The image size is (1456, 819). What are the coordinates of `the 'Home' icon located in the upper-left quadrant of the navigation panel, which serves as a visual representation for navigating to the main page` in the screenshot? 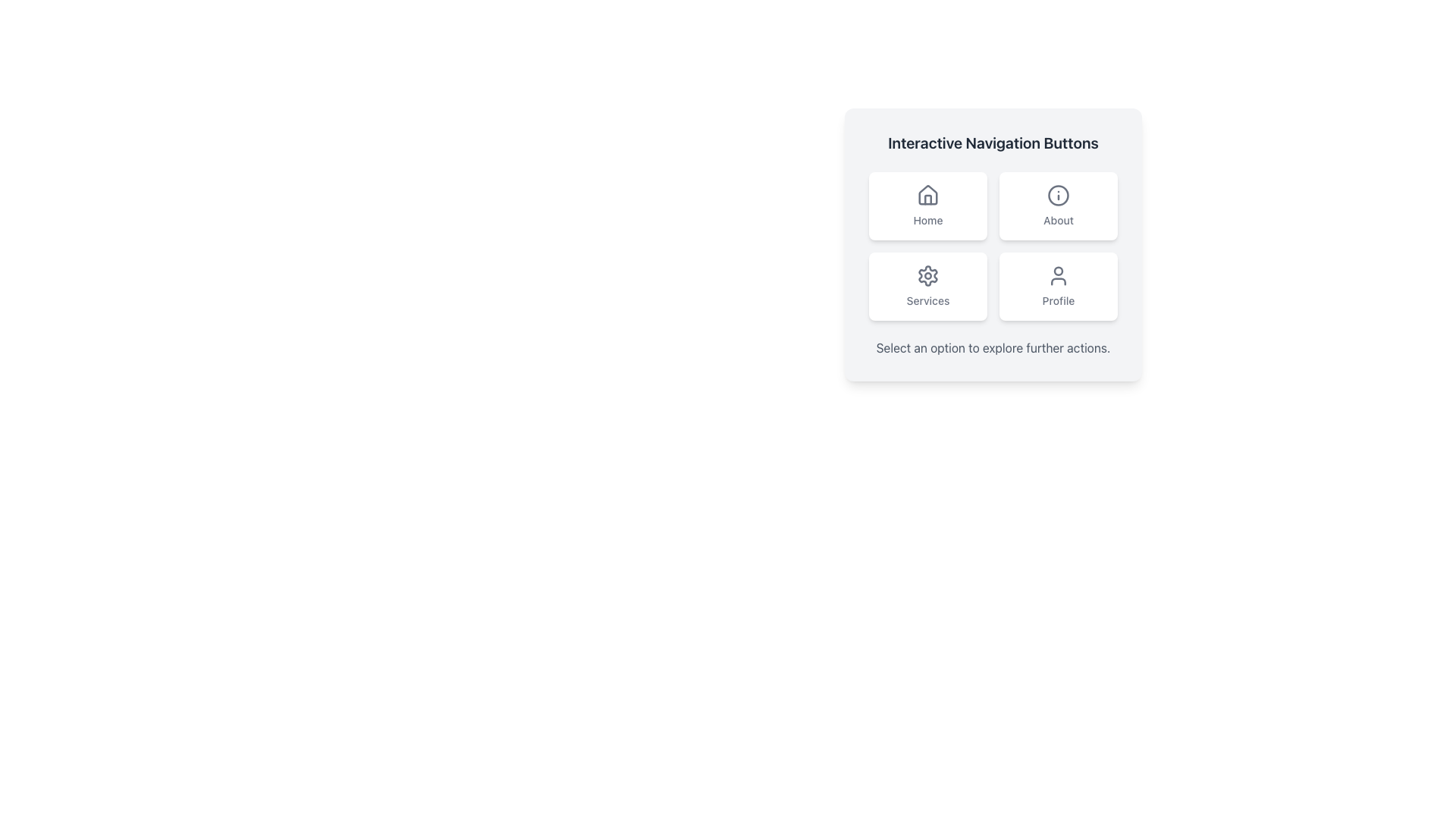 It's located at (927, 194).